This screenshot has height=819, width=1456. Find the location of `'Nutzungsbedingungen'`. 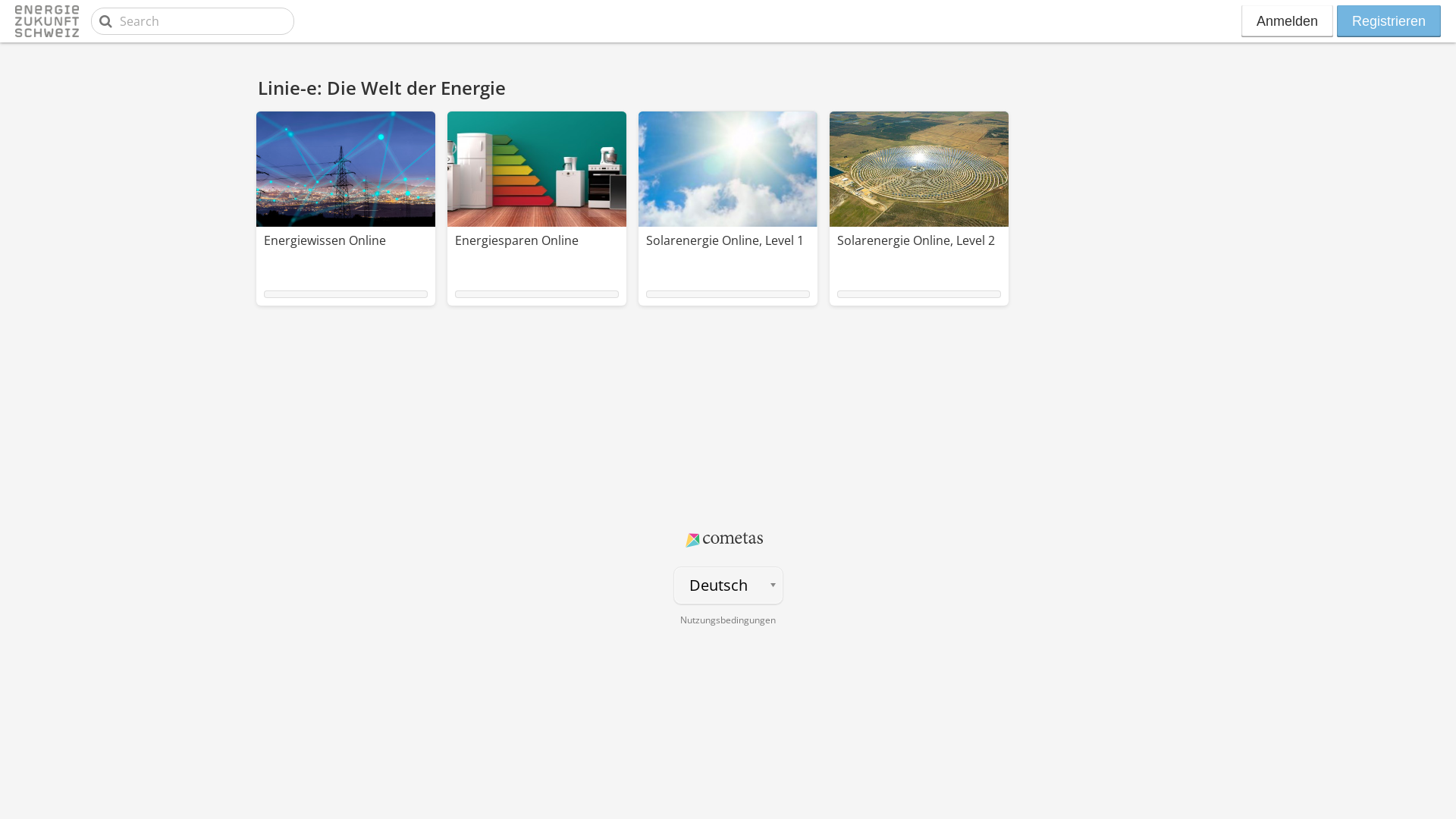

'Nutzungsbedingungen' is located at coordinates (728, 620).